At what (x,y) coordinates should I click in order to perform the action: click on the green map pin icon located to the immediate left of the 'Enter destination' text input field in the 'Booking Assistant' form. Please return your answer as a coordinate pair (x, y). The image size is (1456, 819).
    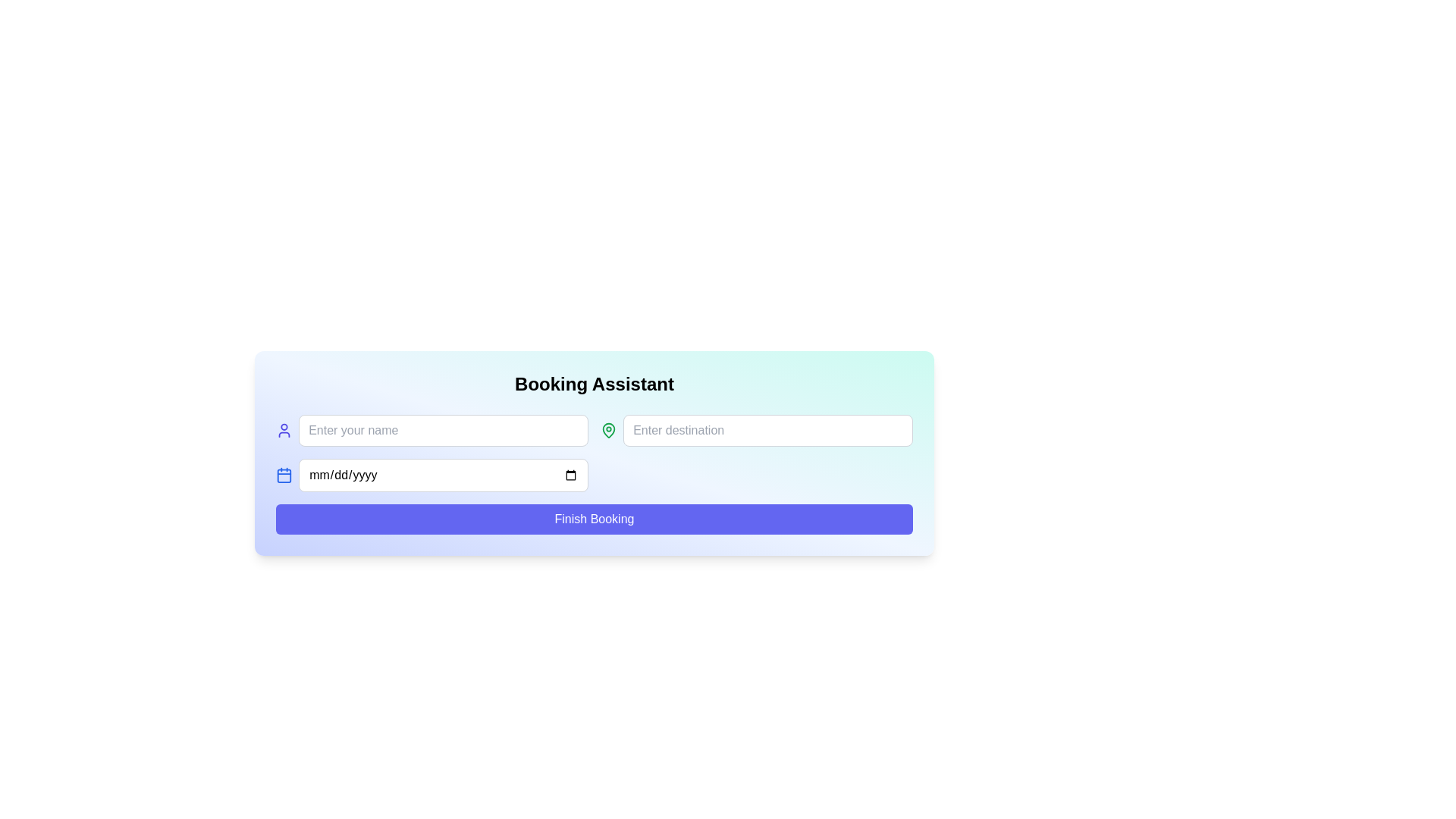
    Looking at the image, I should click on (609, 430).